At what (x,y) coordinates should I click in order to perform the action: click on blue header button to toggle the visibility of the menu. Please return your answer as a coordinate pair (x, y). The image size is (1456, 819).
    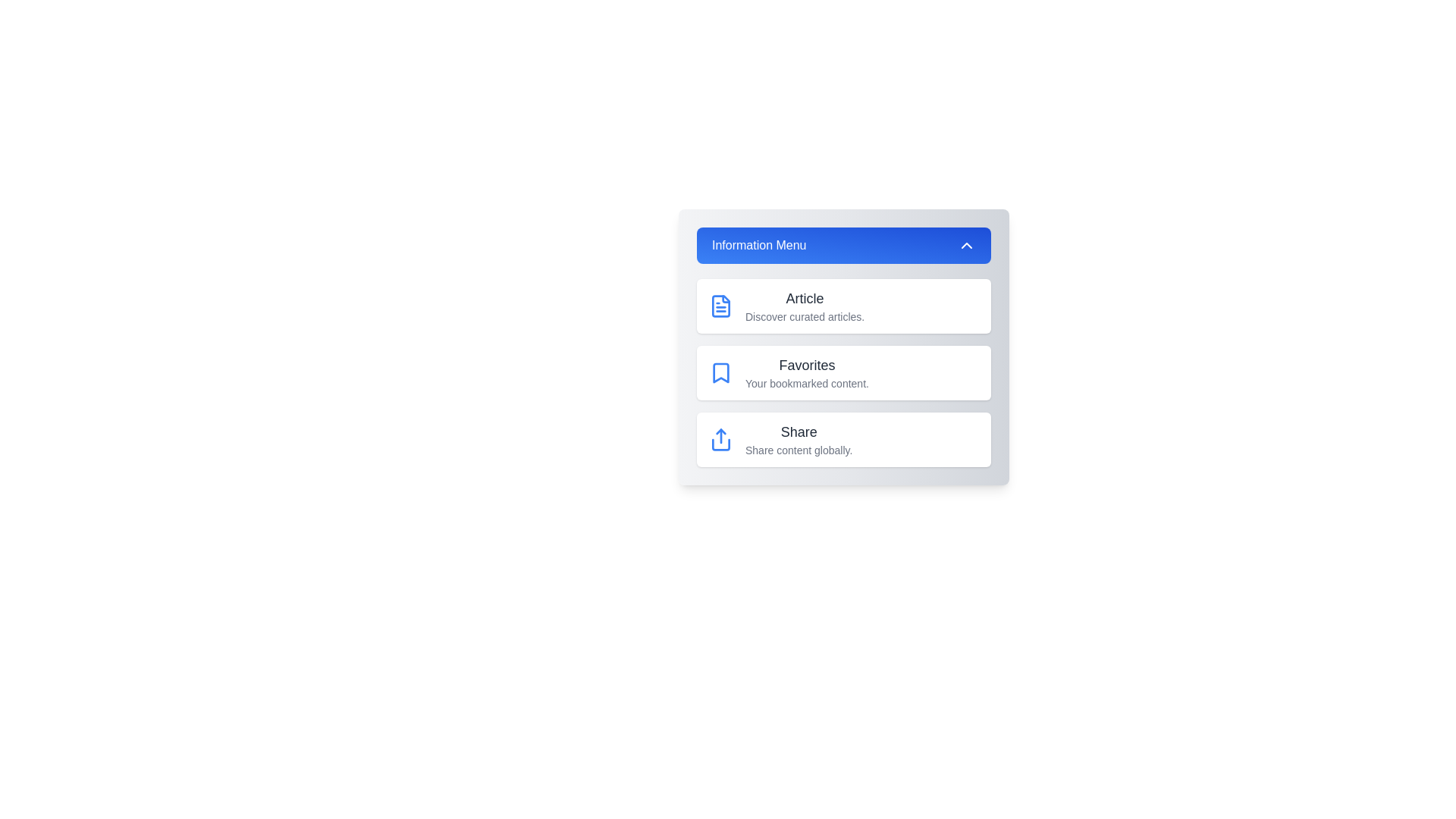
    Looking at the image, I should click on (843, 245).